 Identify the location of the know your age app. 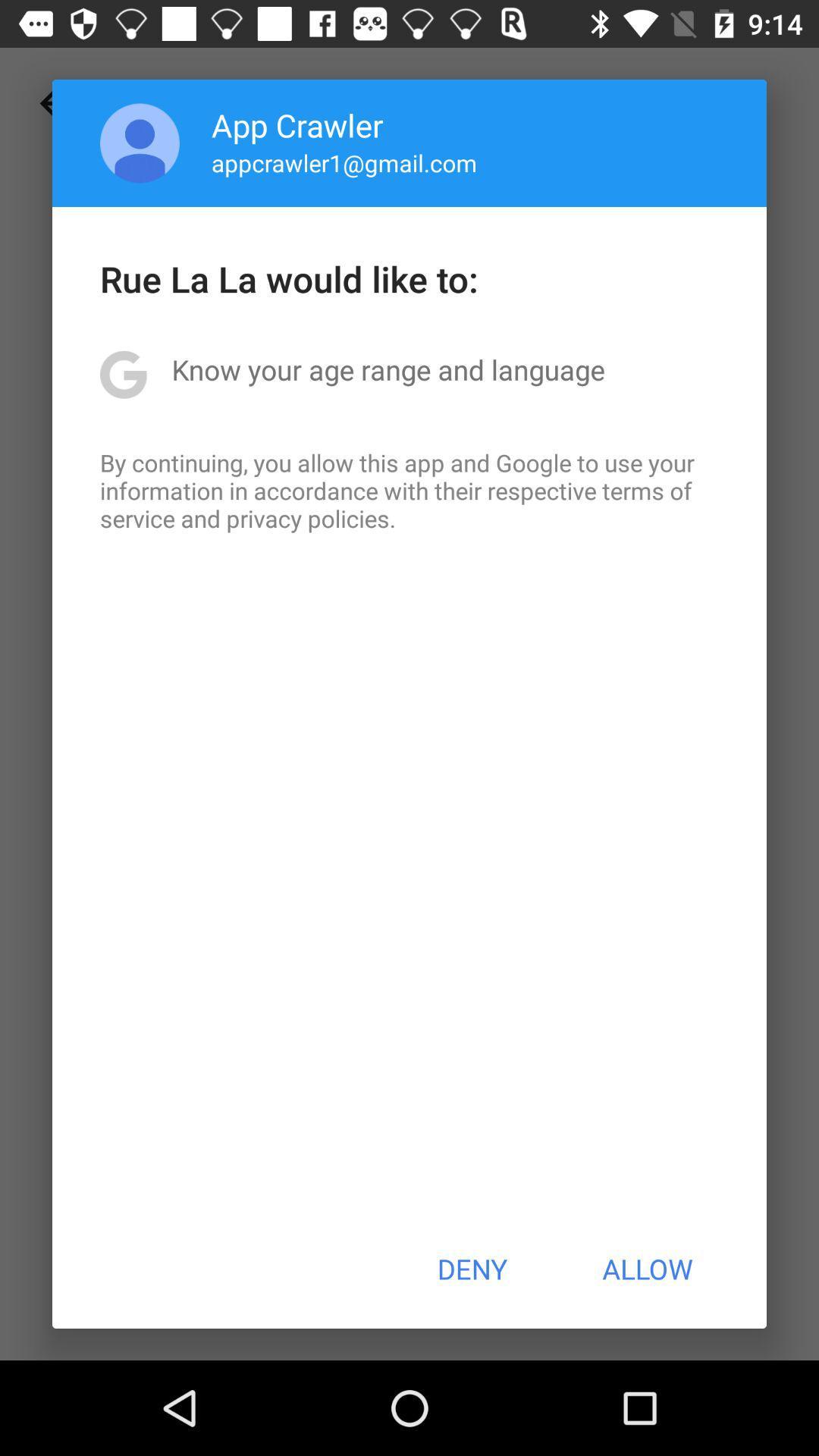
(388, 369).